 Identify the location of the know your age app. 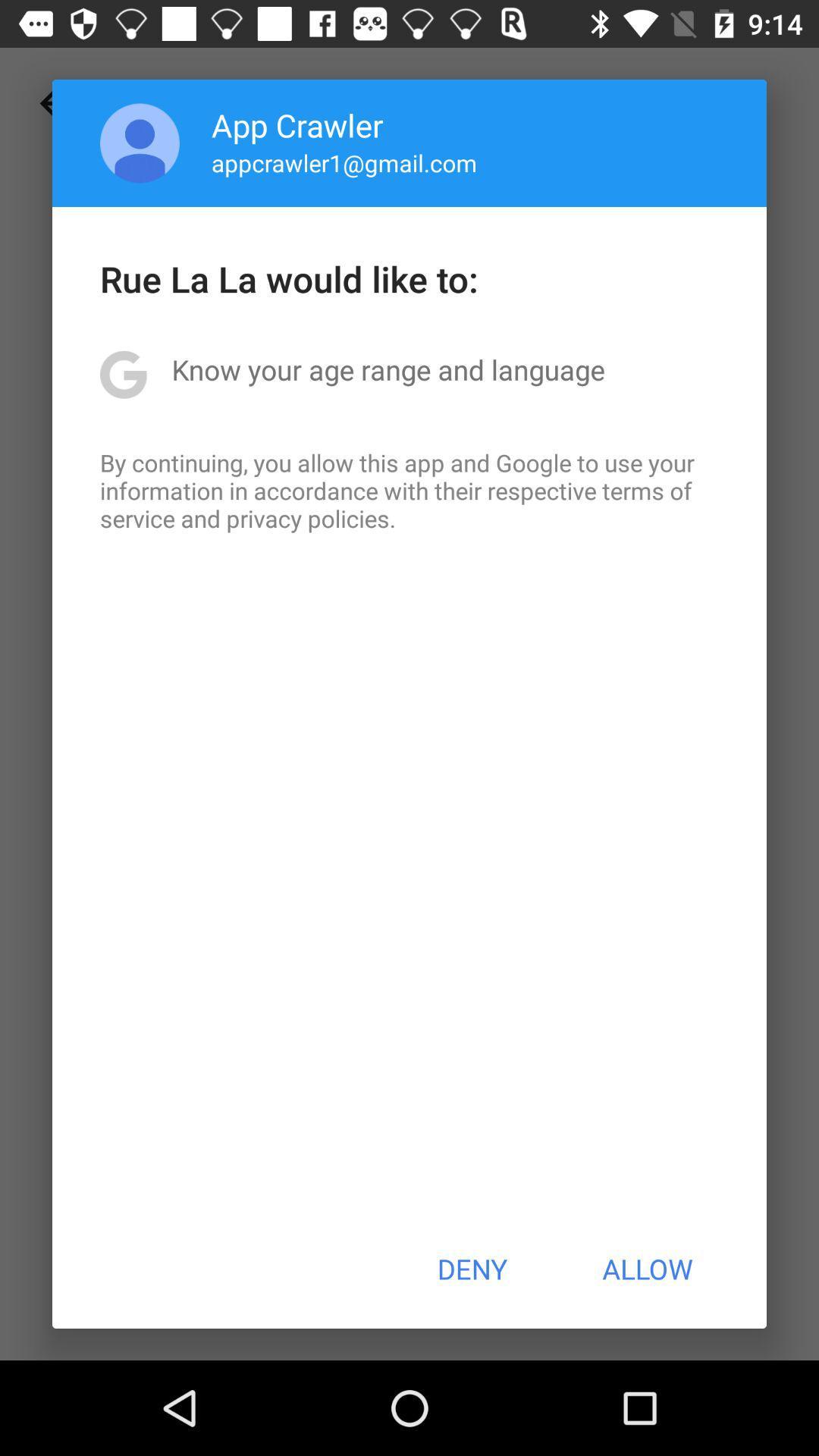
(388, 369).